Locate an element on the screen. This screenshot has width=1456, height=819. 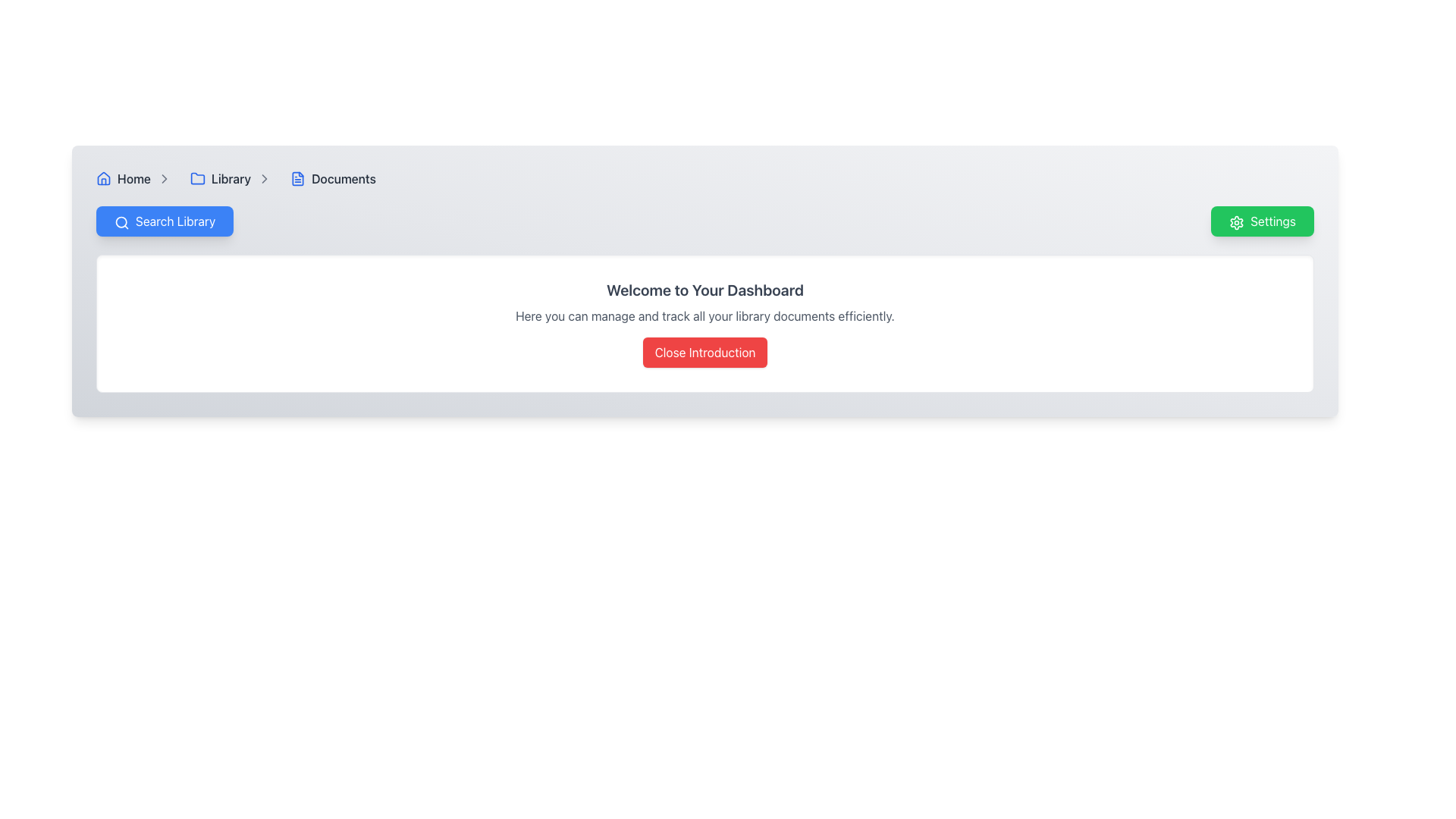
the settings button located at the far right end of the button group is located at coordinates (1263, 221).